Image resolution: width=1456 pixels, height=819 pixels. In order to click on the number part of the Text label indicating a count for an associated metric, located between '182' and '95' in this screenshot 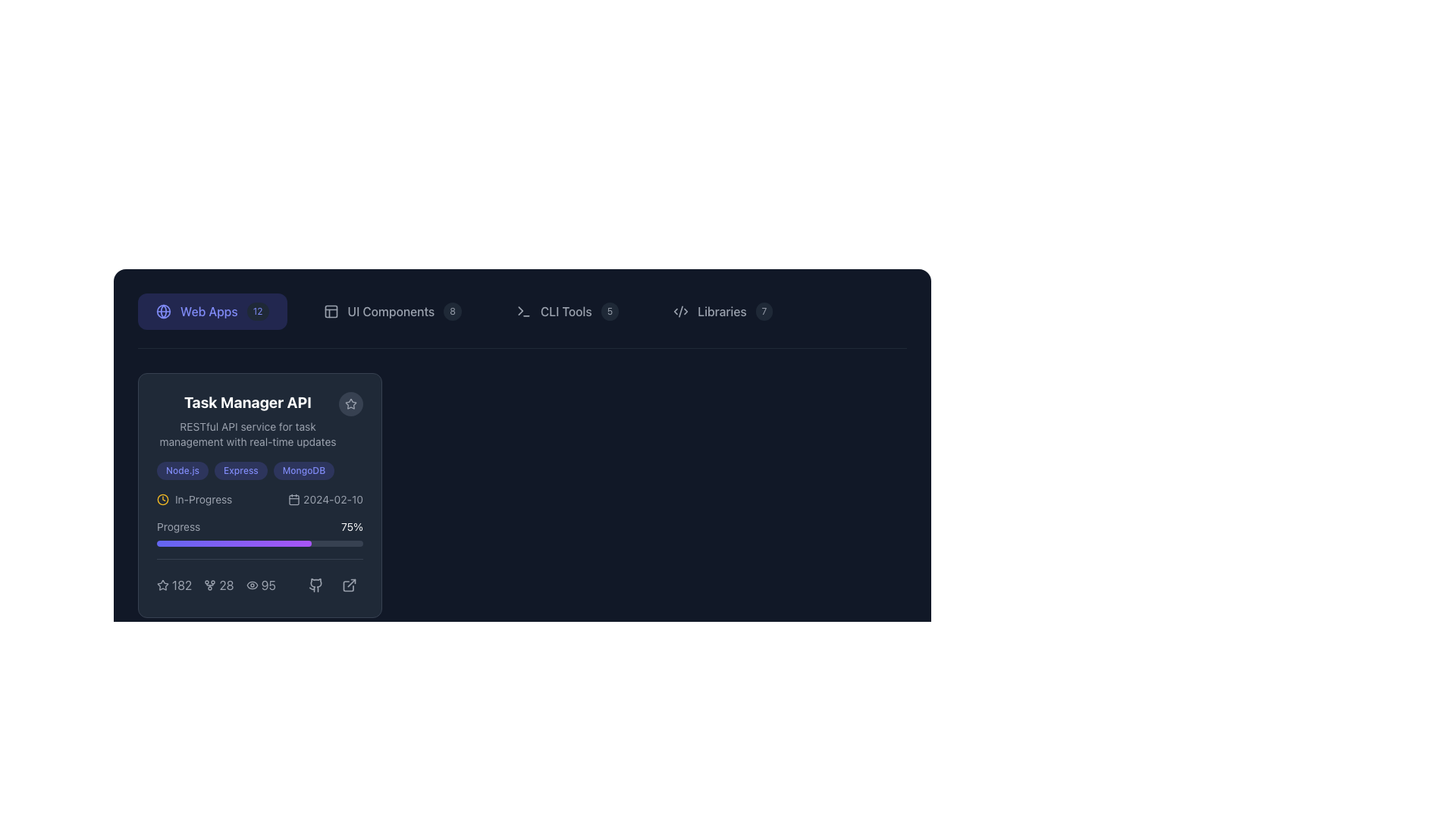, I will do `click(218, 584)`.